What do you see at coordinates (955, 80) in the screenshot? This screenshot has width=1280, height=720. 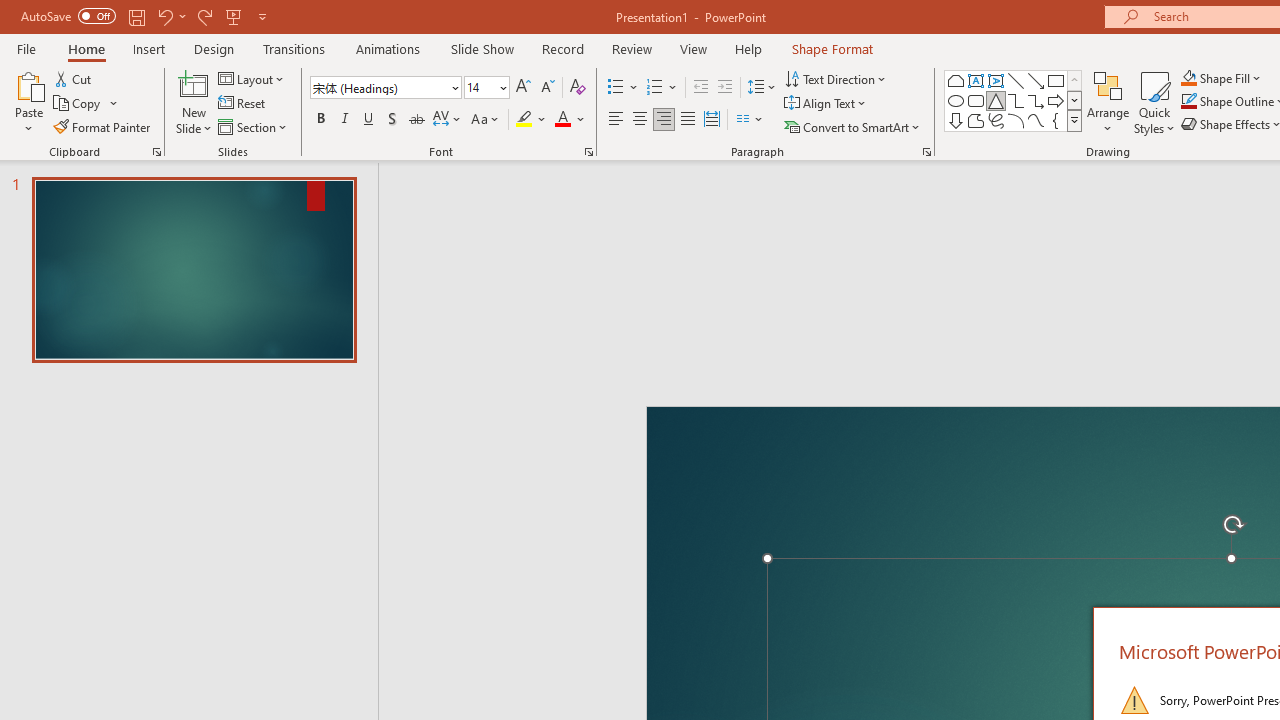 I see `'Rectangle: Top Corners Snipped'` at bounding box center [955, 80].